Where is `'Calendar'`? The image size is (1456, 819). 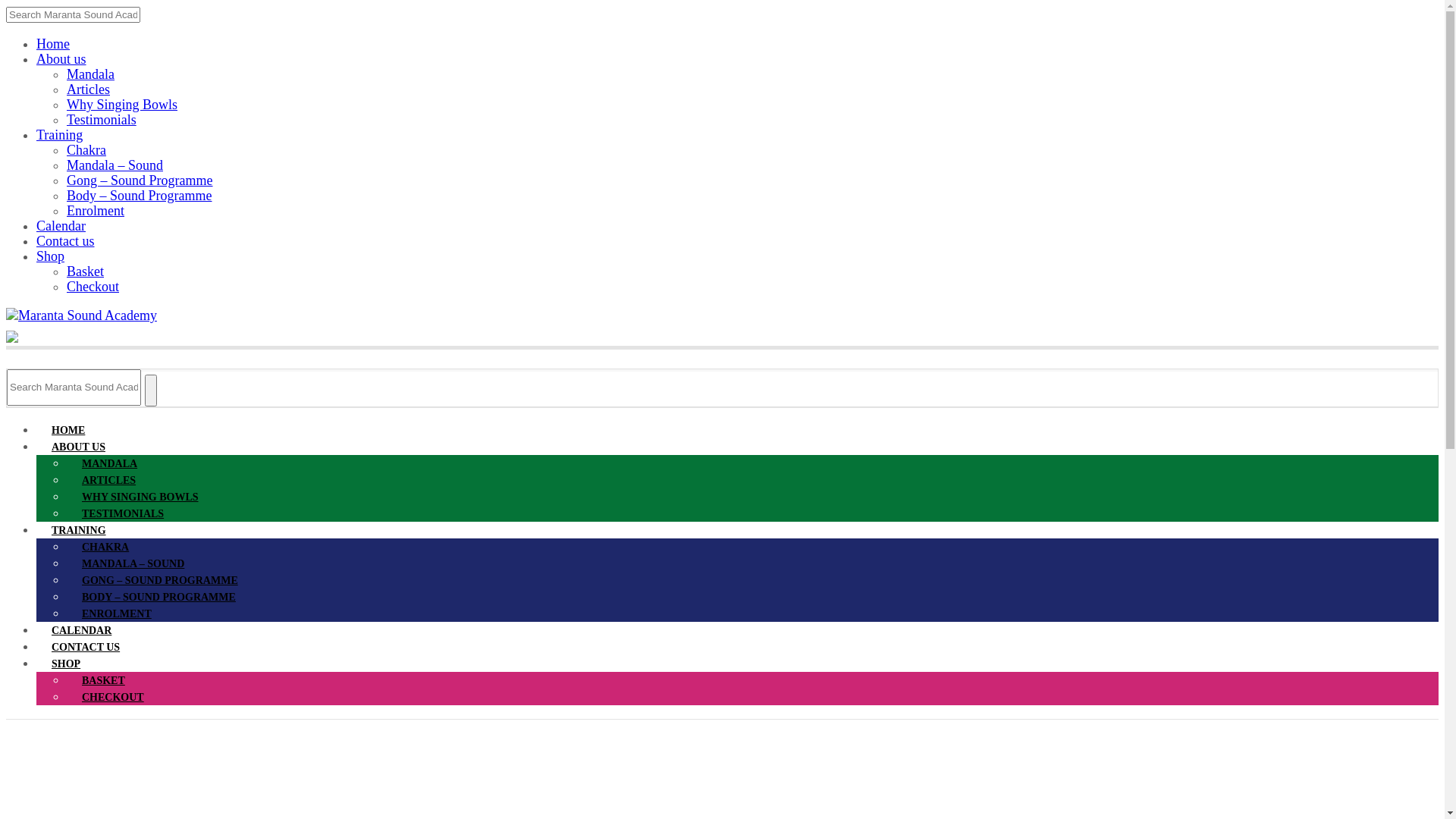 'Calendar' is located at coordinates (61, 225).